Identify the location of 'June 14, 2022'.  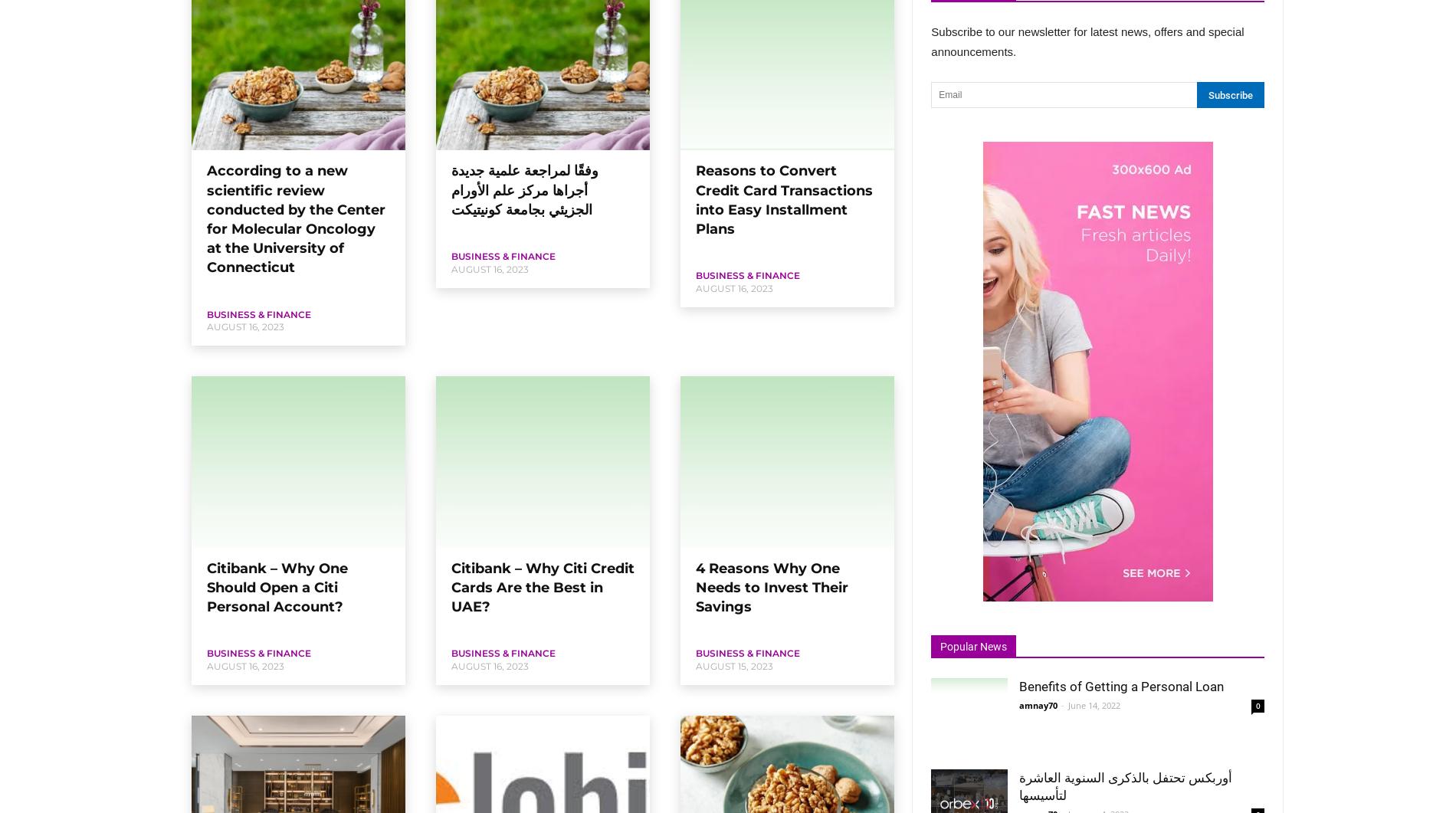
(1094, 704).